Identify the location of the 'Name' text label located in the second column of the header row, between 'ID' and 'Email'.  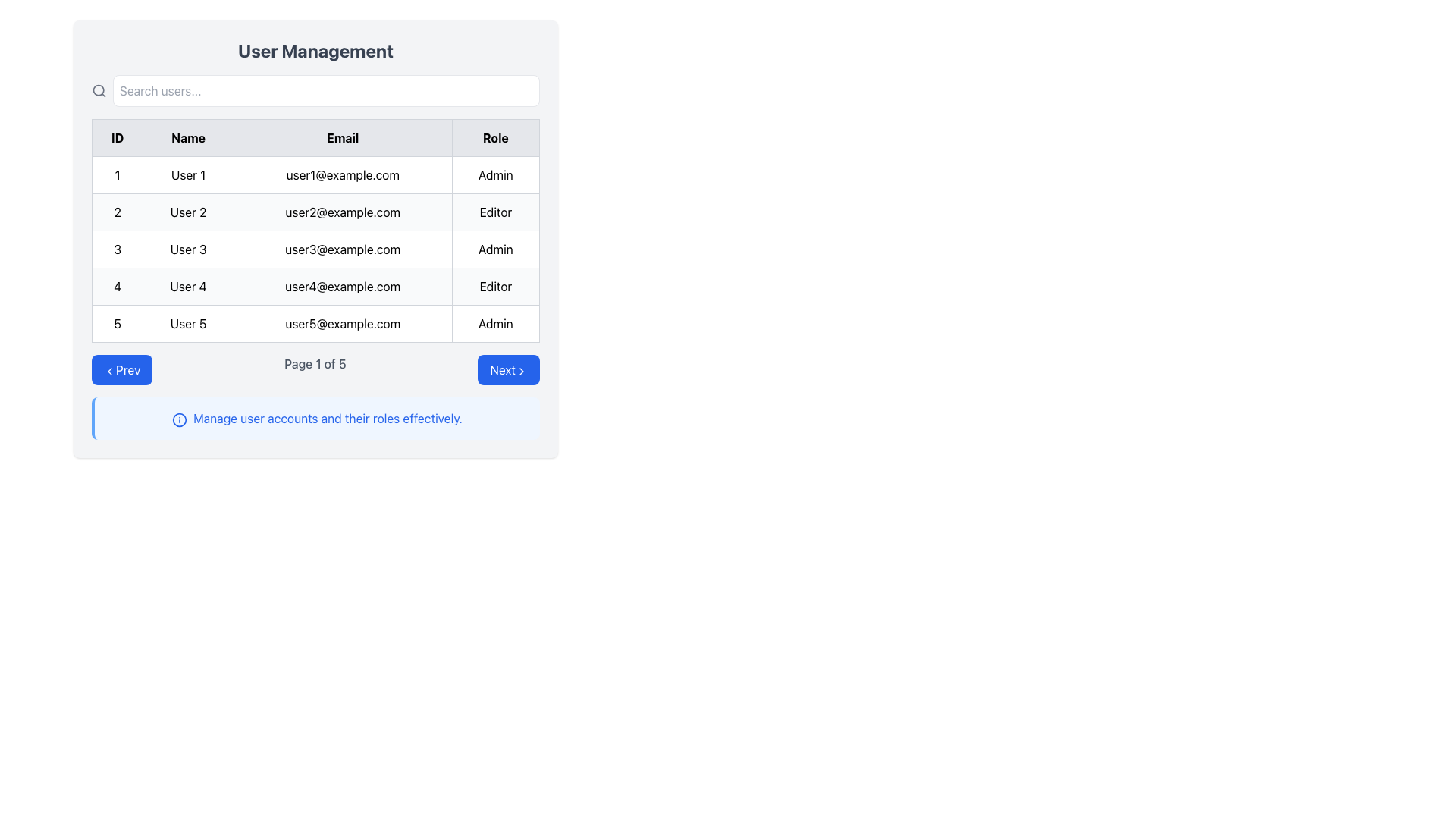
(187, 137).